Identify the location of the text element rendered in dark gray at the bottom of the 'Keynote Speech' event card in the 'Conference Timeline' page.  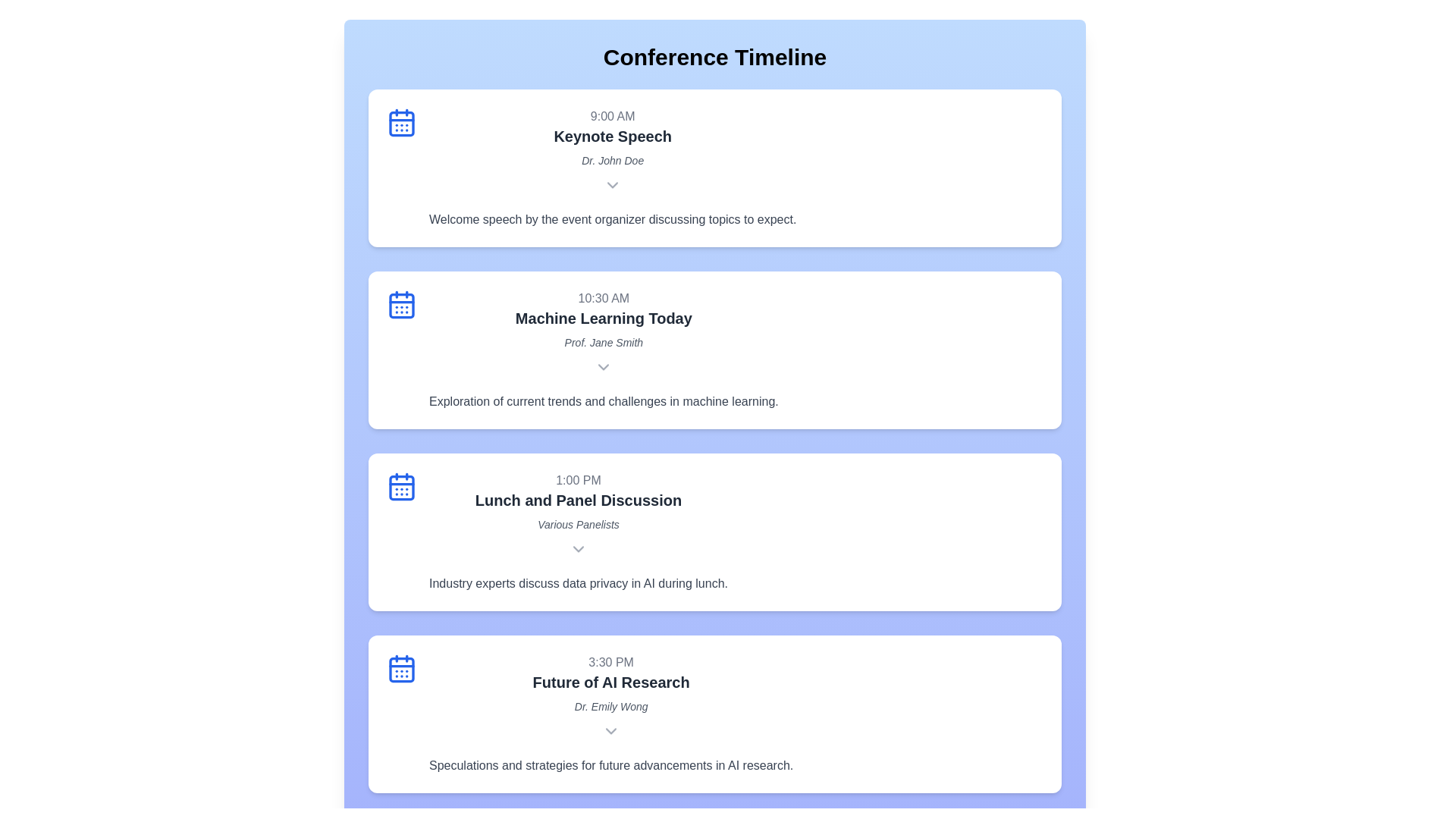
(613, 219).